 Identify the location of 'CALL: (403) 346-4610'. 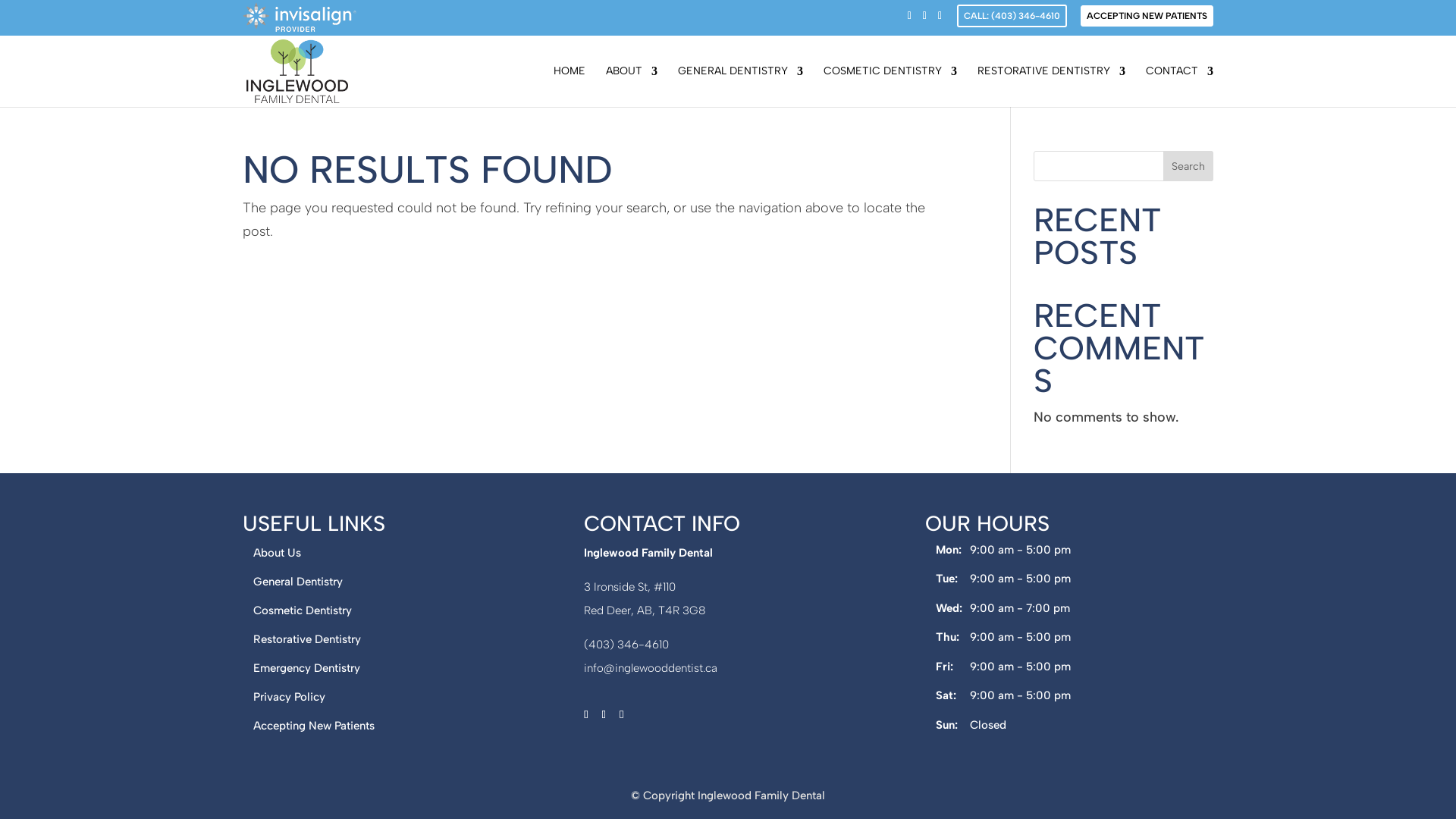
(1012, 15).